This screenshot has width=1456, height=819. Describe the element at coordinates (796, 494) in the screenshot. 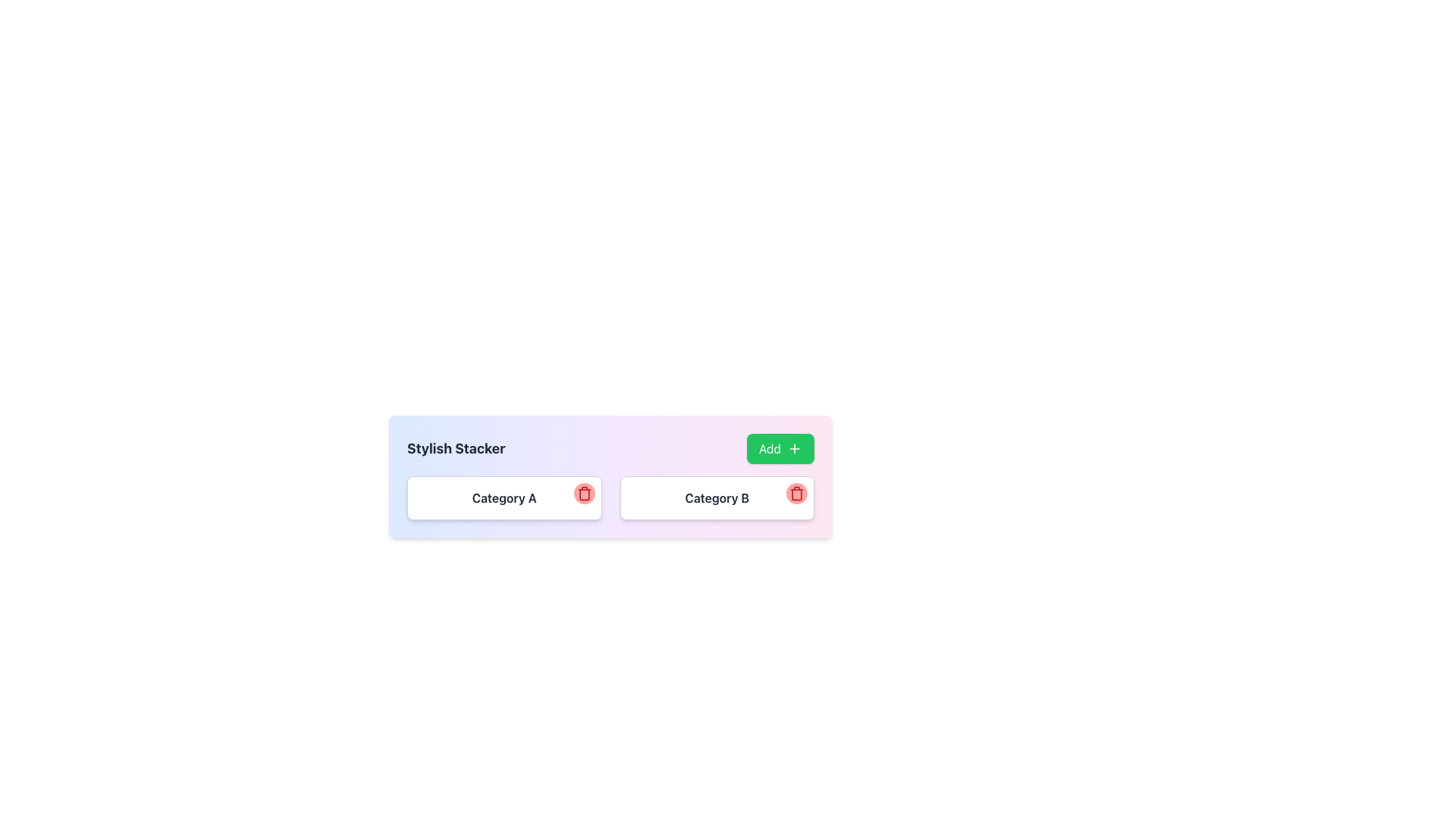

I see `the delete icon button with a red background located to the far right of the 'Category B' label` at that location.